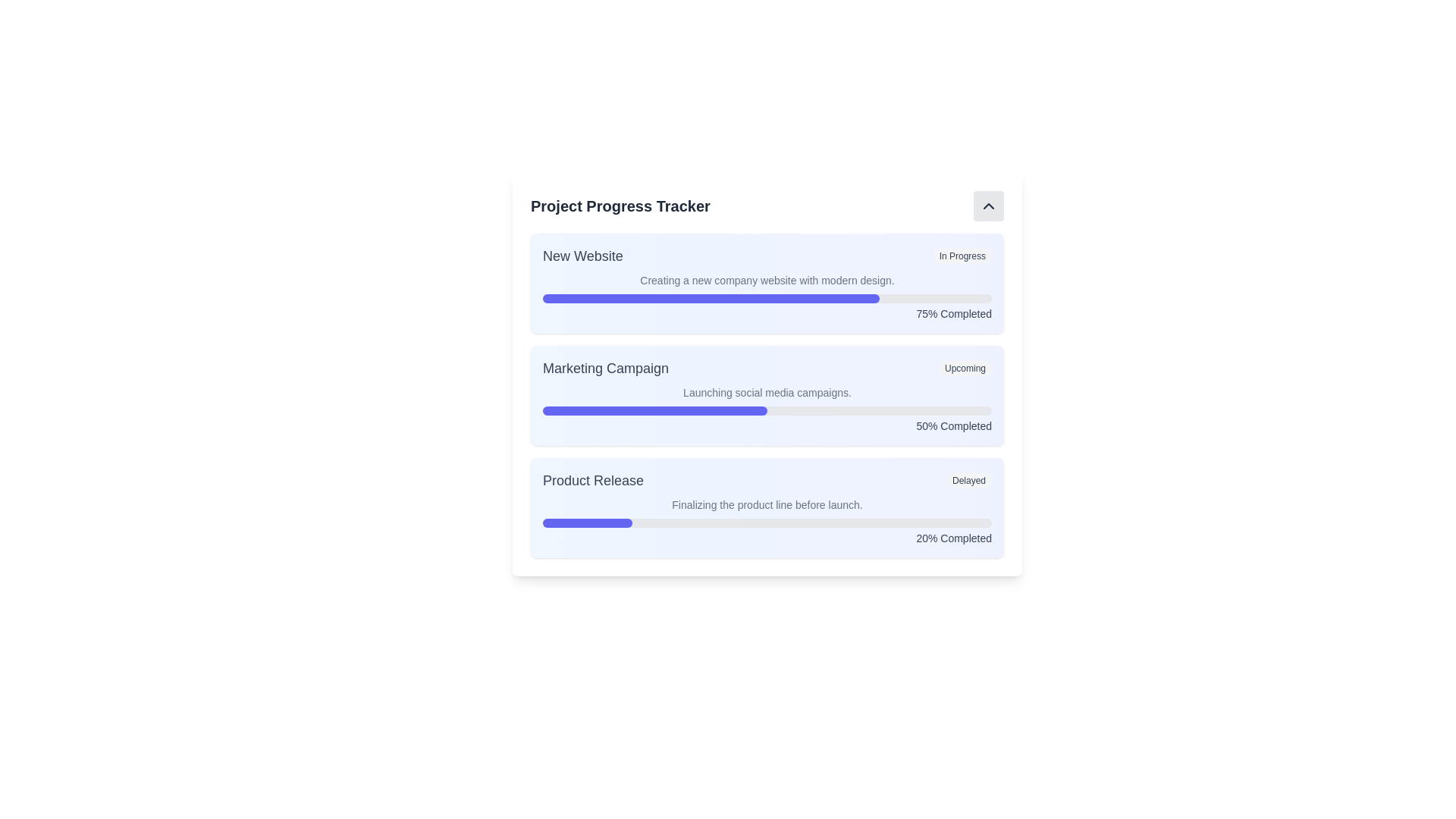 The image size is (1456, 819). What do you see at coordinates (767, 391) in the screenshot?
I see `the static text element that describes the current activity related to the 'Marketing Campaign', which is positioned below the title 'Marketing Campaign' and above the progress bar` at bounding box center [767, 391].